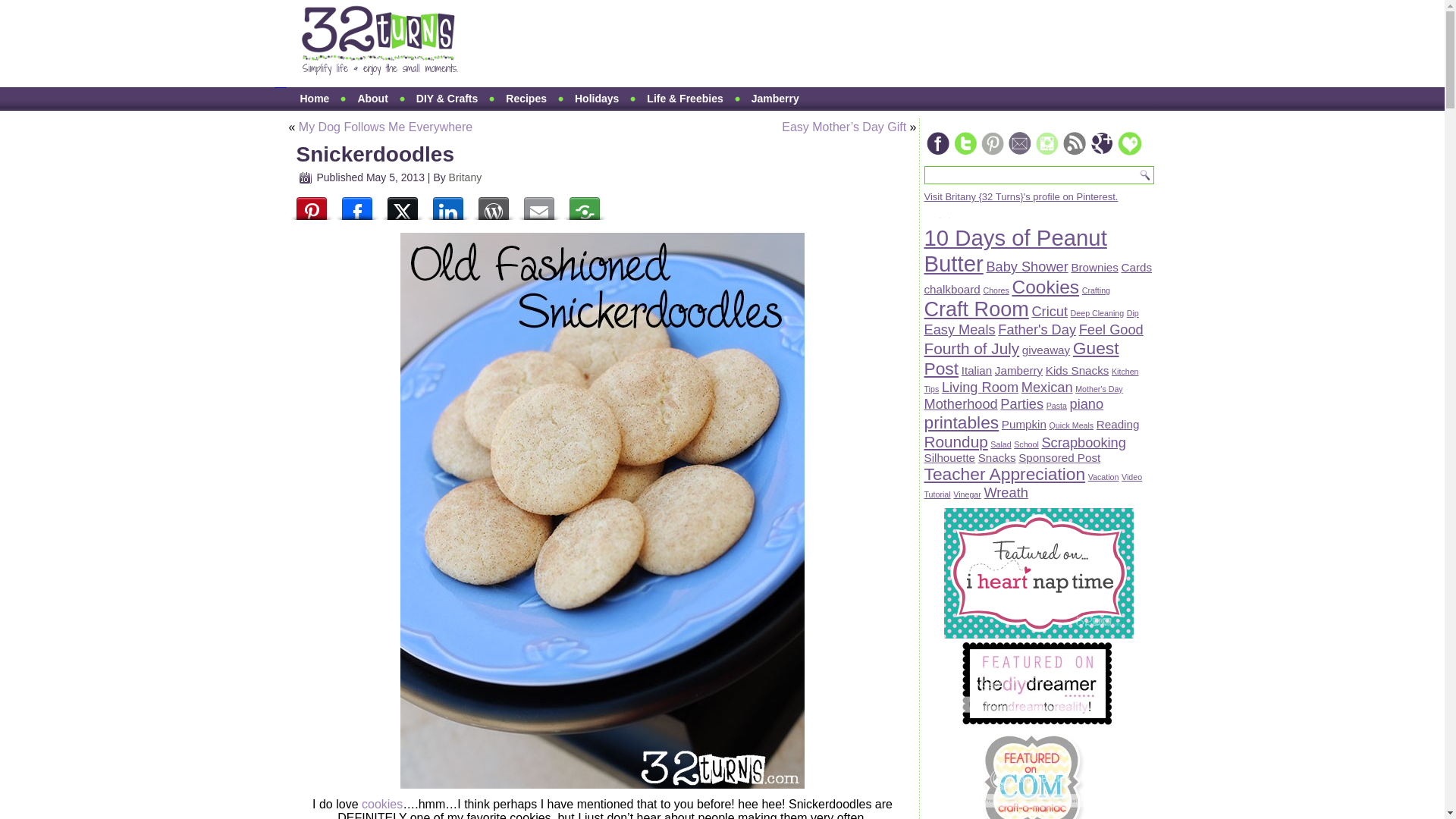 The width and height of the screenshot is (1456, 819). Describe the element at coordinates (1032, 485) in the screenshot. I see `'Video Tutorial'` at that location.